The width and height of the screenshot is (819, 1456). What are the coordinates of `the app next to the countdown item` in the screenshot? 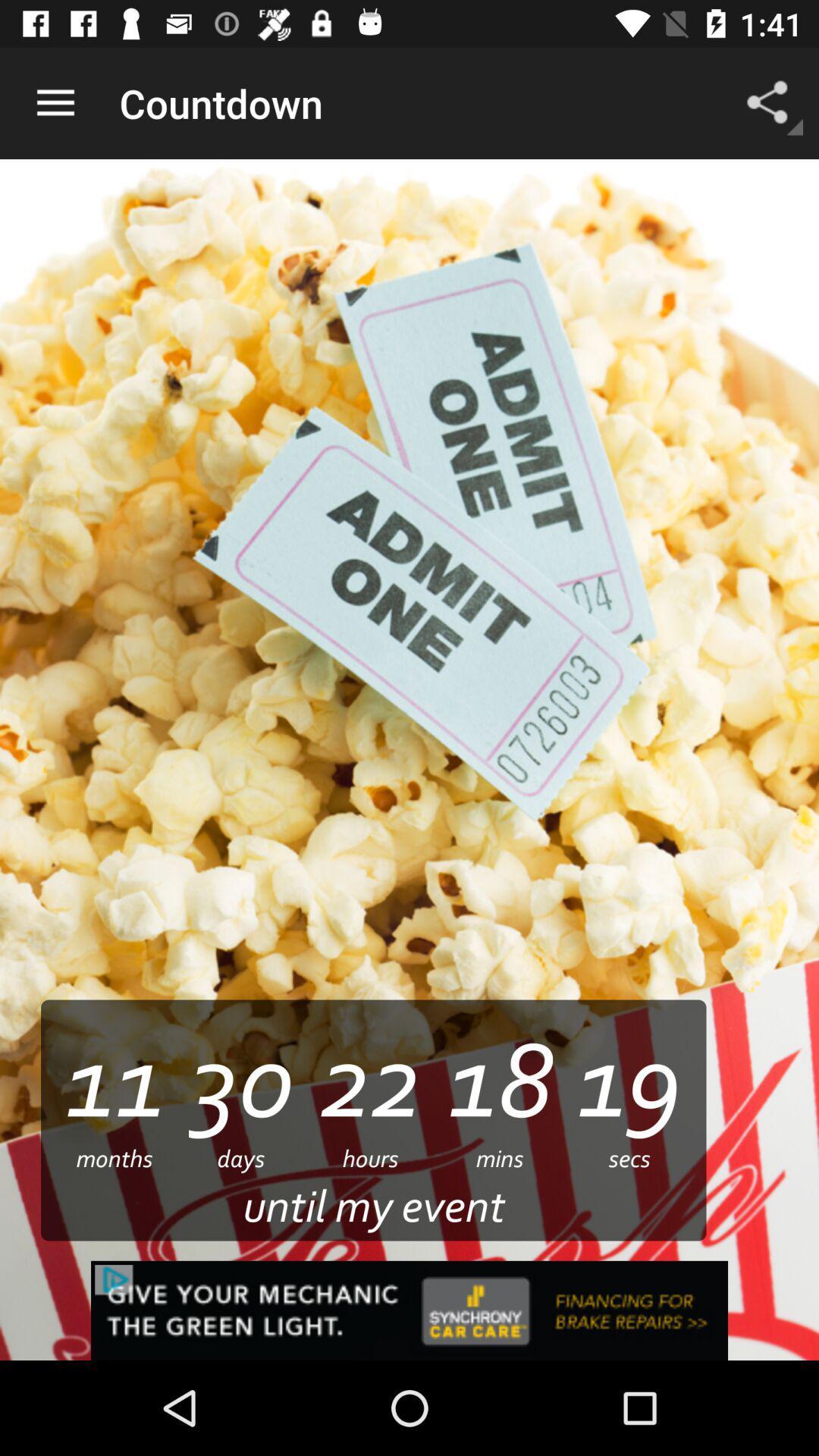 It's located at (55, 102).